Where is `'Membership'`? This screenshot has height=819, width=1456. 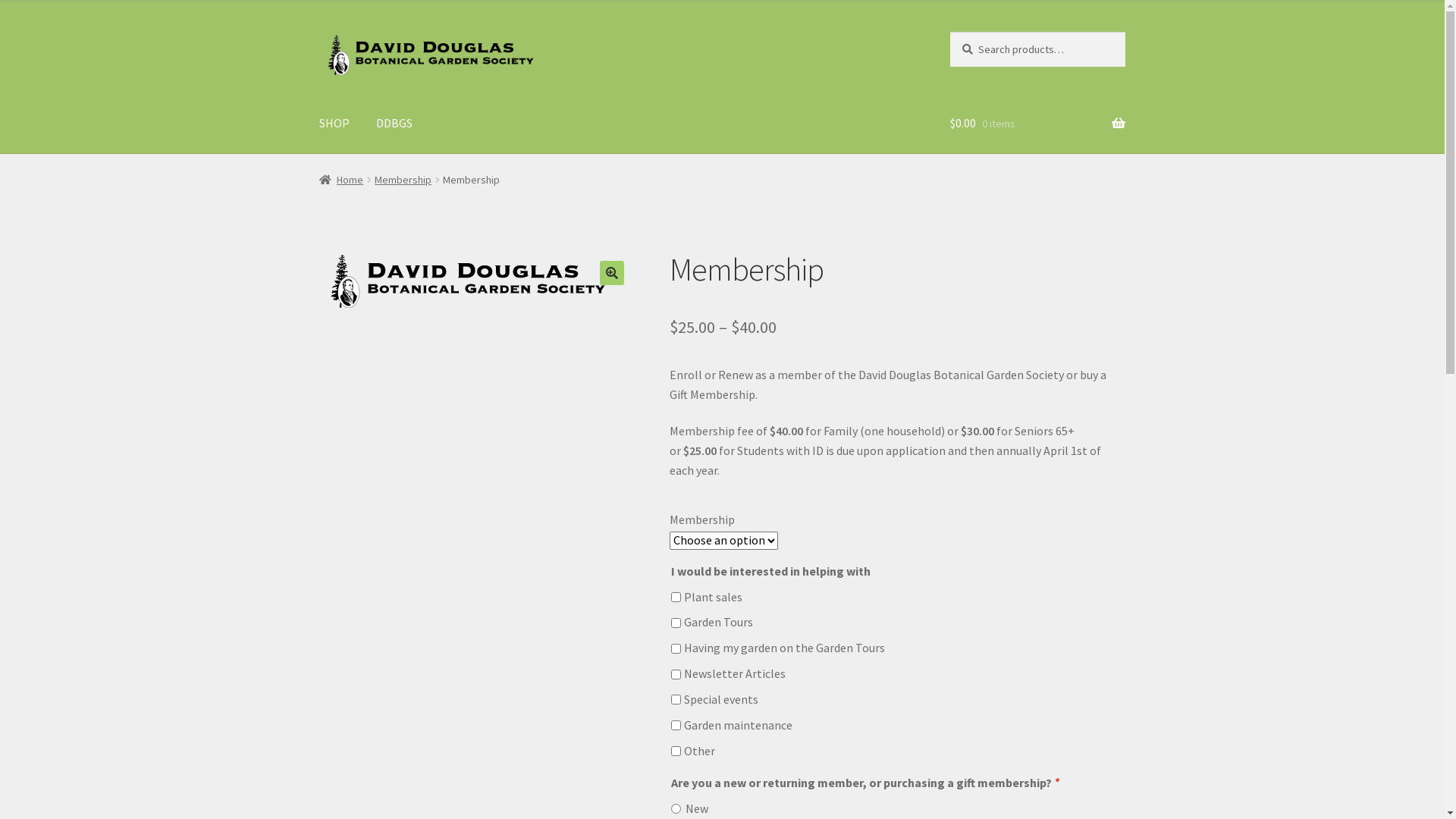 'Membership' is located at coordinates (403, 178).